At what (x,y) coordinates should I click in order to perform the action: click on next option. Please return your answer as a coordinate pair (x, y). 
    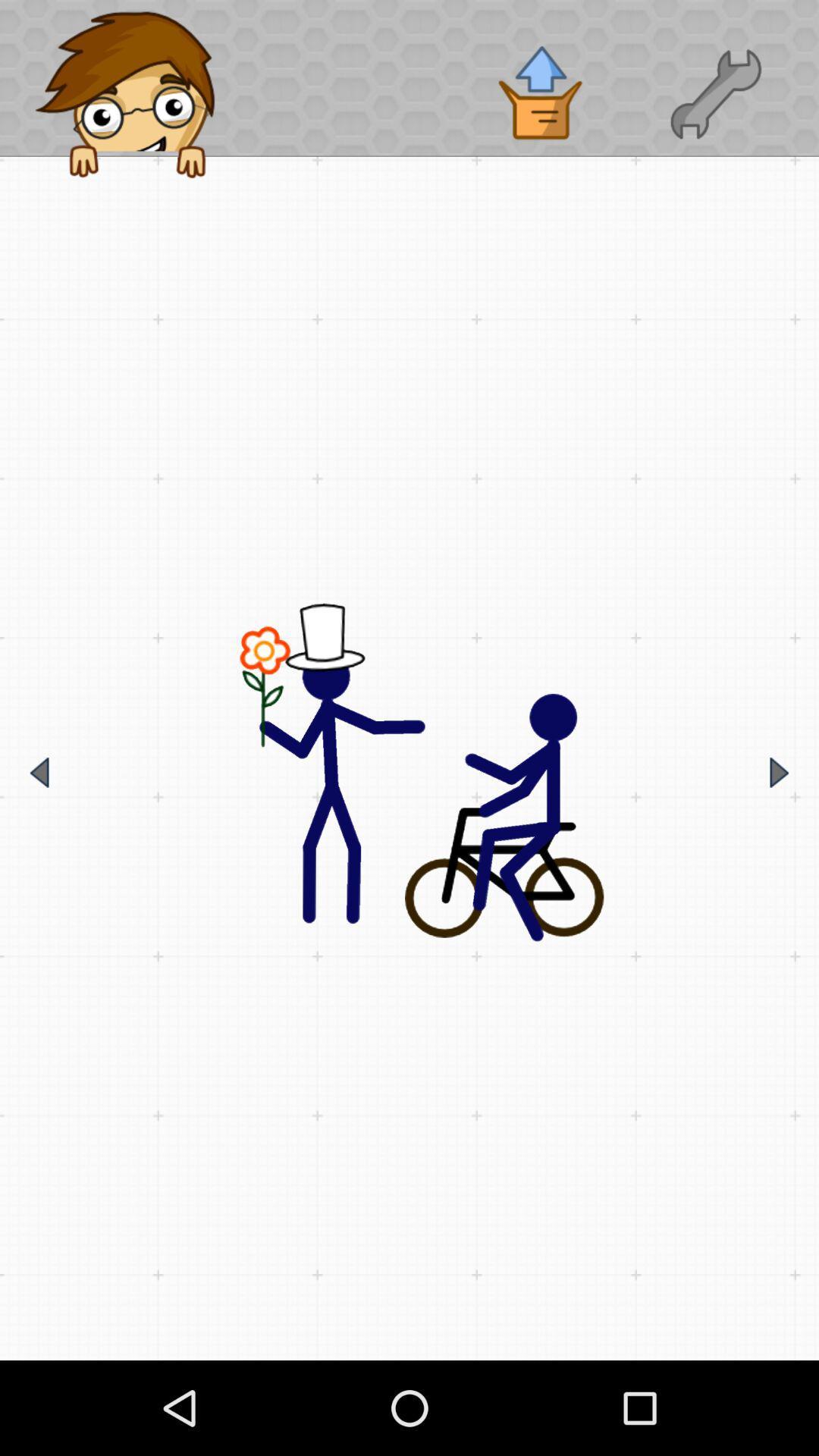
    Looking at the image, I should click on (779, 772).